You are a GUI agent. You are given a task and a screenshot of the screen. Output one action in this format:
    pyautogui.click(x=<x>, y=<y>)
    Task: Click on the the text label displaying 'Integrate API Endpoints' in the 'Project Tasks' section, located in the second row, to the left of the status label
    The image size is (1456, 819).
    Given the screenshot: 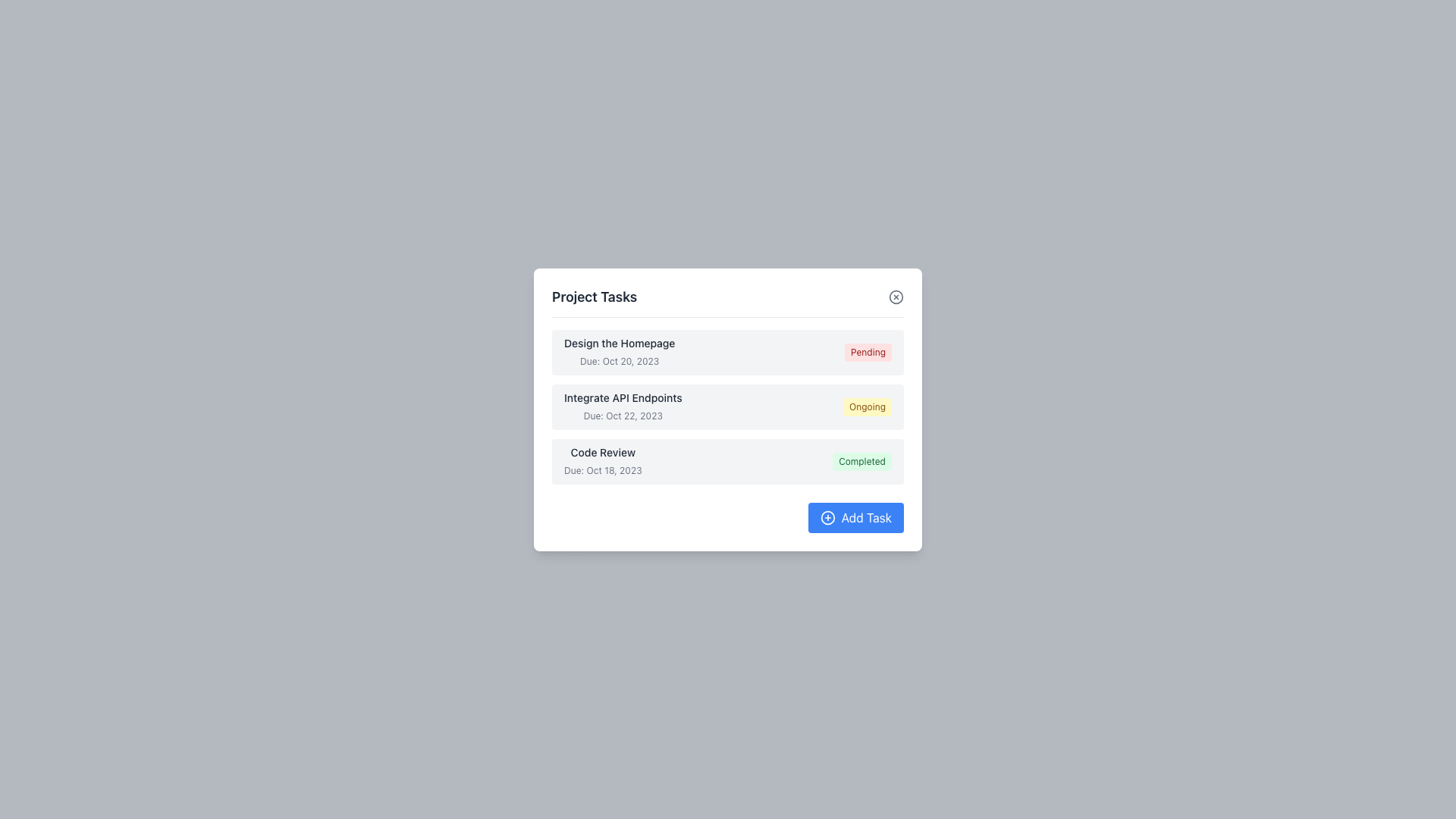 What is the action you would take?
    pyautogui.click(x=623, y=397)
    